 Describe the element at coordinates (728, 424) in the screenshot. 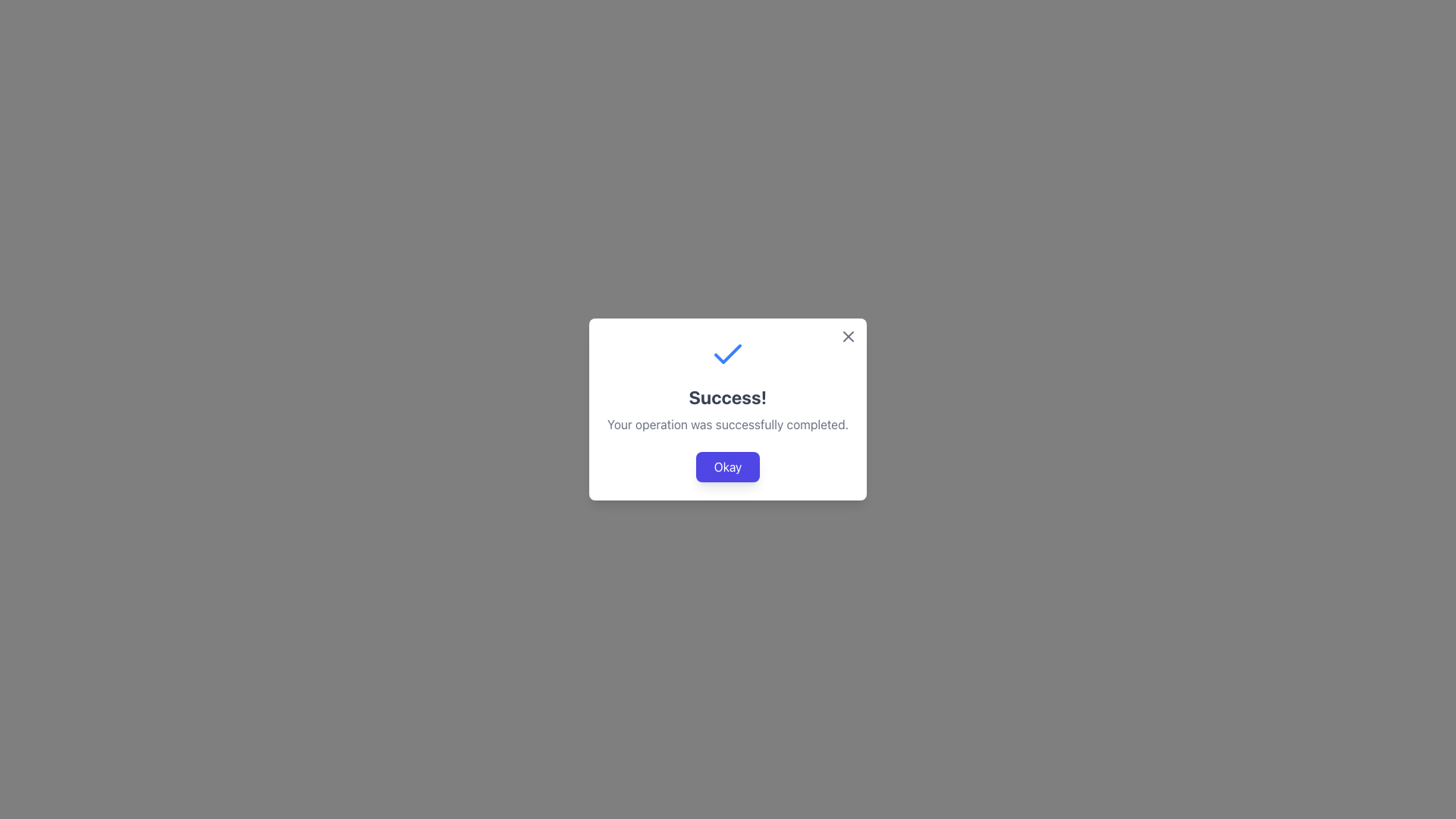

I see `static text message displaying 'Your operation was successfully completed.' which is styled in gray and positioned below the header 'Success!' in the modal dialog` at that location.